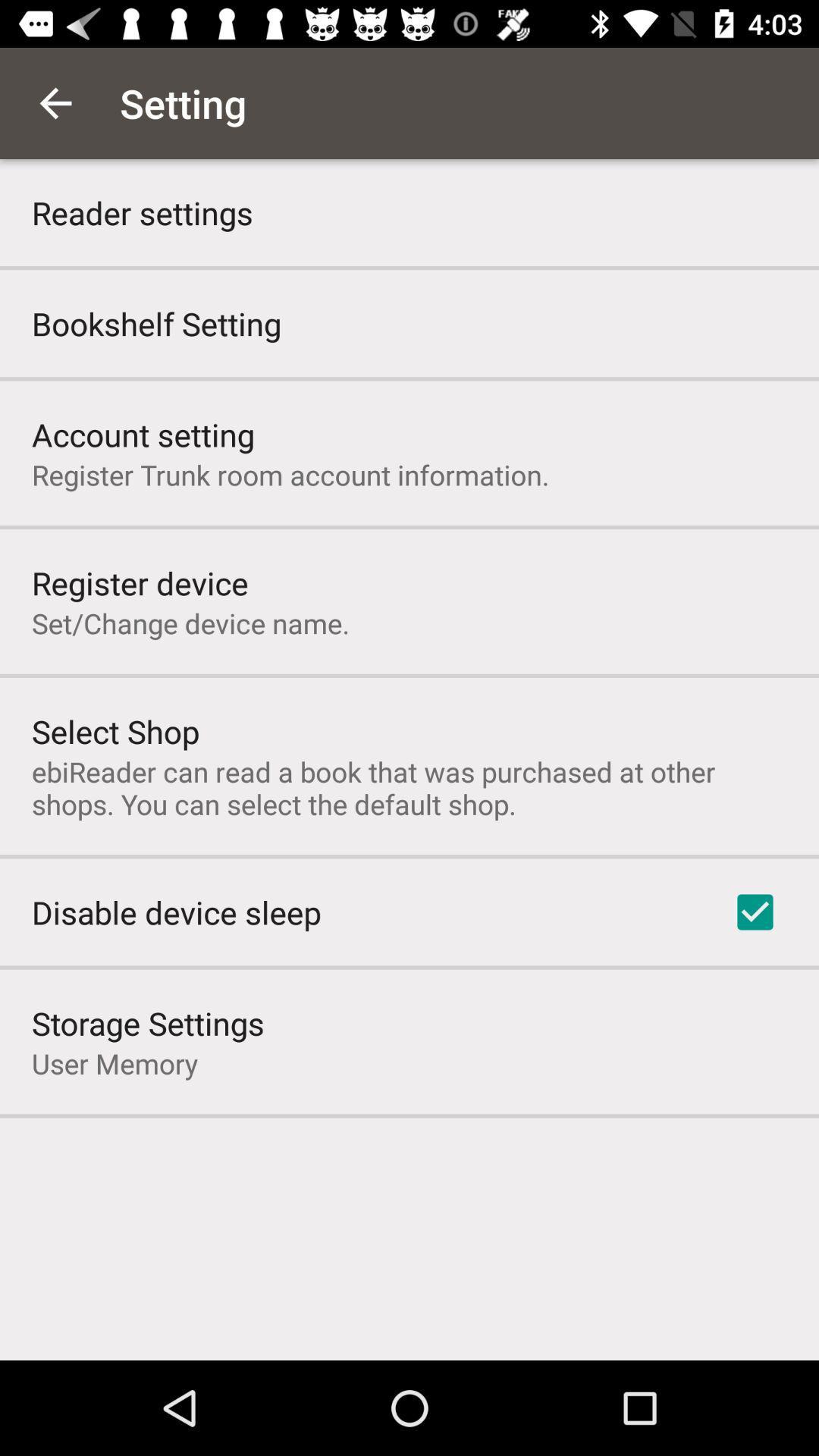 This screenshot has width=819, height=1456. I want to click on the app above the reader settings, so click(55, 102).